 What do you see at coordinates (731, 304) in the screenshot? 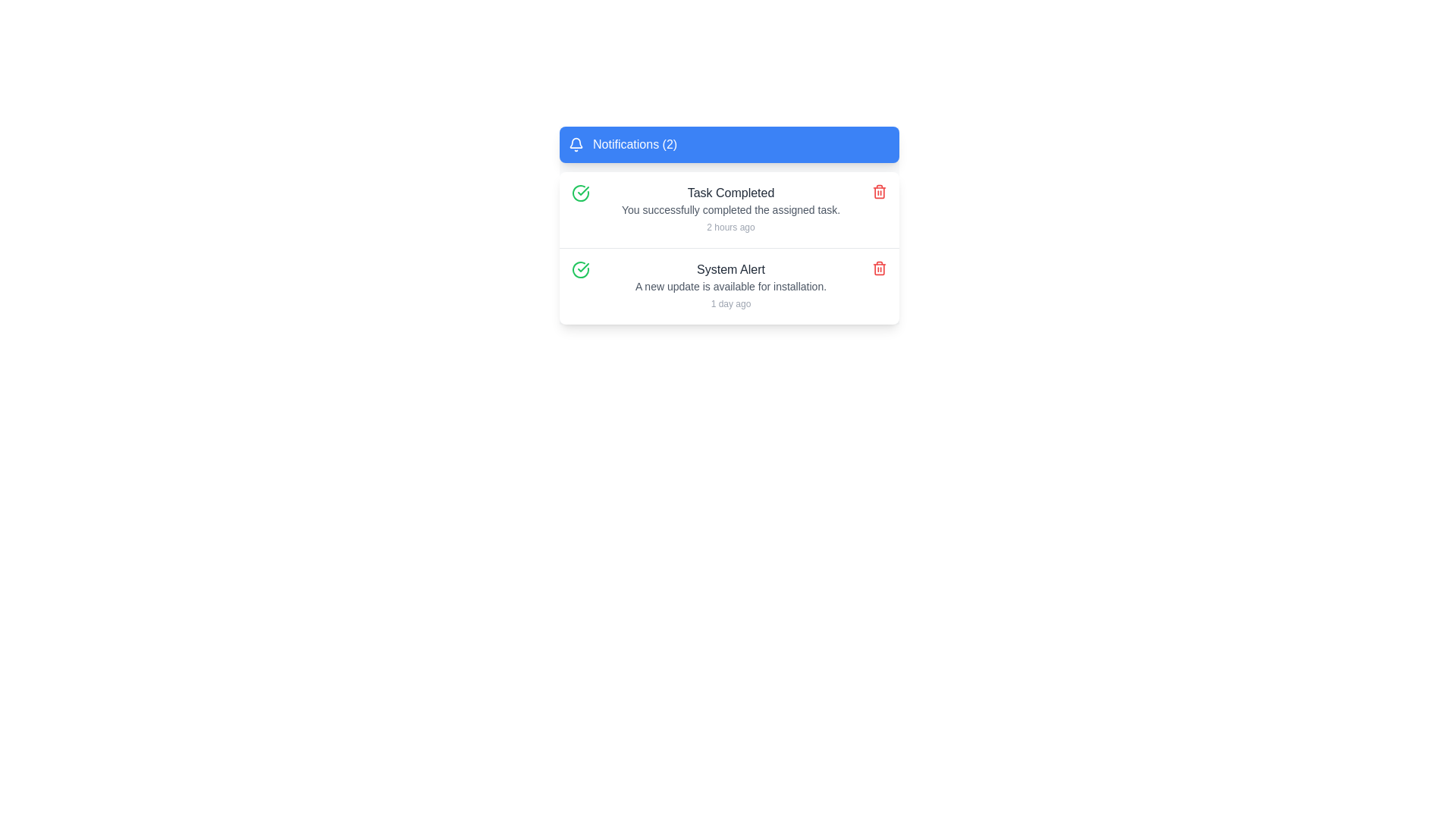
I see `the timestamp text label that displays how long ago the notification was generated, located at the bottom right corner of the 'System Alert' message` at bounding box center [731, 304].